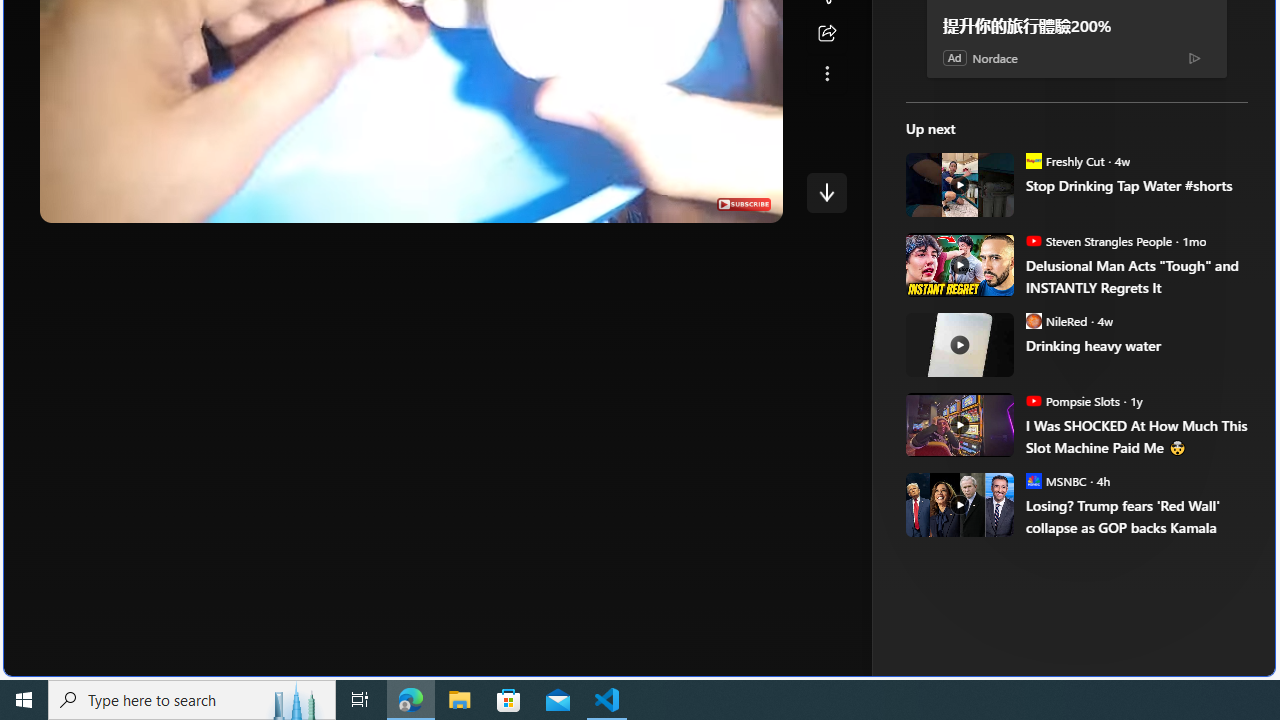 The width and height of the screenshot is (1280, 720). What do you see at coordinates (1200, 659) in the screenshot?
I see `'Feedback'` at bounding box center [1200, 659].